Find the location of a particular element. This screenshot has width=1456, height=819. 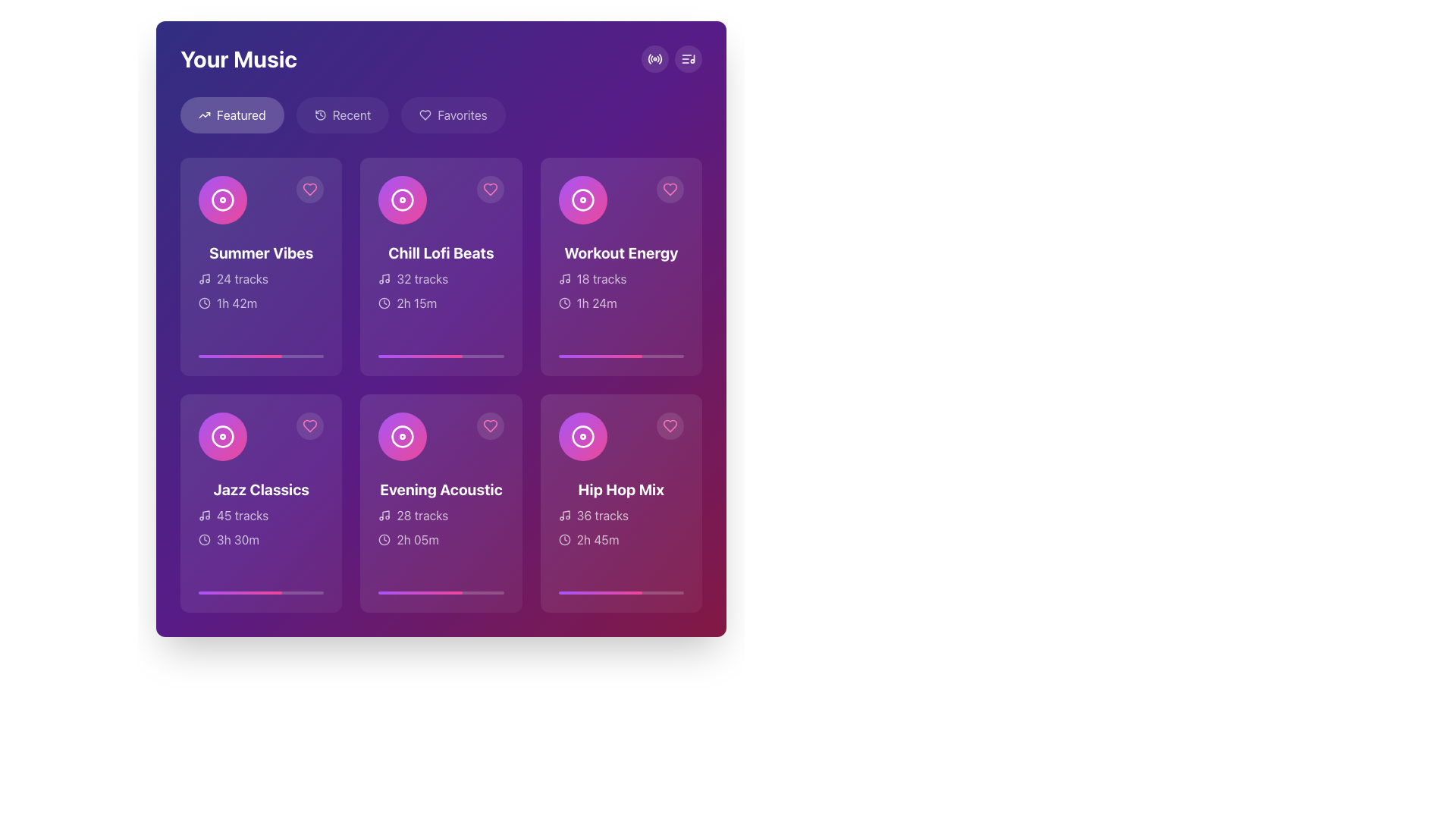

displayed duration of the playlist named 'Evening Acoustic', which is located in the bottom-center of the second row of the card grid, below the track count and above the progress bar is located at coordinates (418, 539).